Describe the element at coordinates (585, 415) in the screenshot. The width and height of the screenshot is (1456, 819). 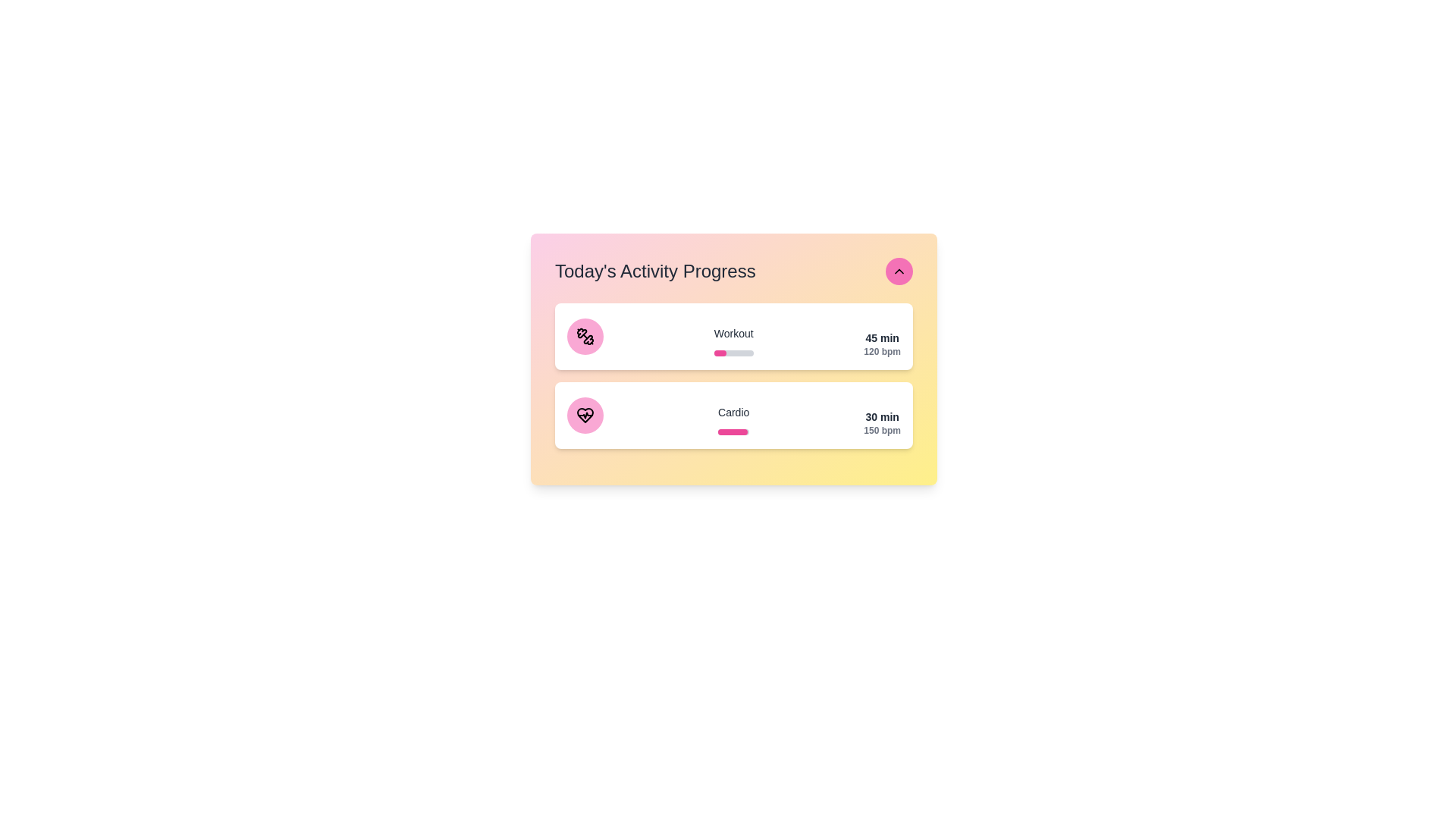
I see `the heart-shaped icon with a pulse line, presented in a pink circular background, located in the bottom row on the left side, associated with 'Cardio' activity data` at that location.